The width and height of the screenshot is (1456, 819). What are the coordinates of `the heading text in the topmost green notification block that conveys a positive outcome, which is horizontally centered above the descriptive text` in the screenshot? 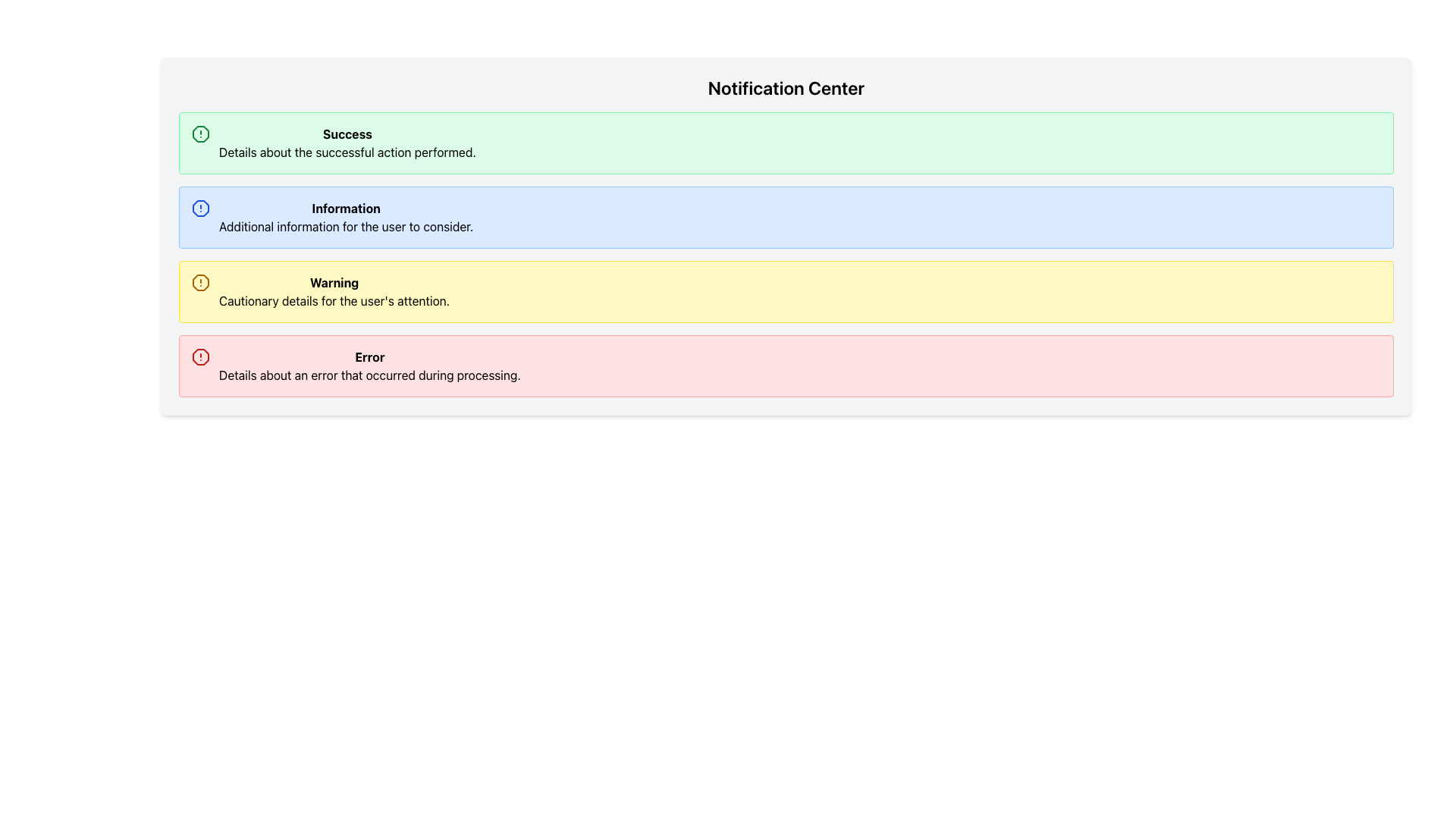 It's located at (347, 133).